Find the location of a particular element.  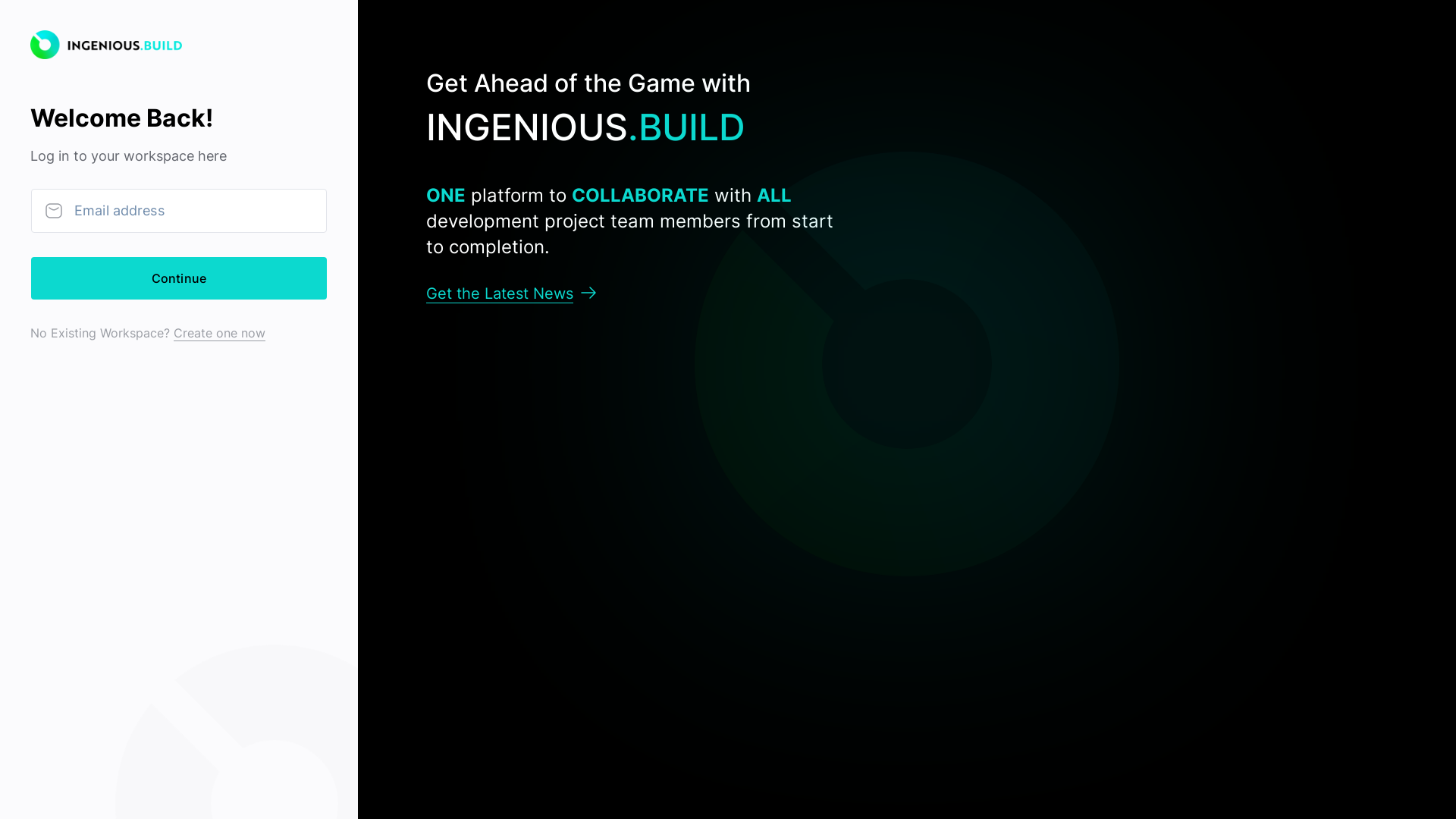

'Create one now' is located at coordinates (174, 331).